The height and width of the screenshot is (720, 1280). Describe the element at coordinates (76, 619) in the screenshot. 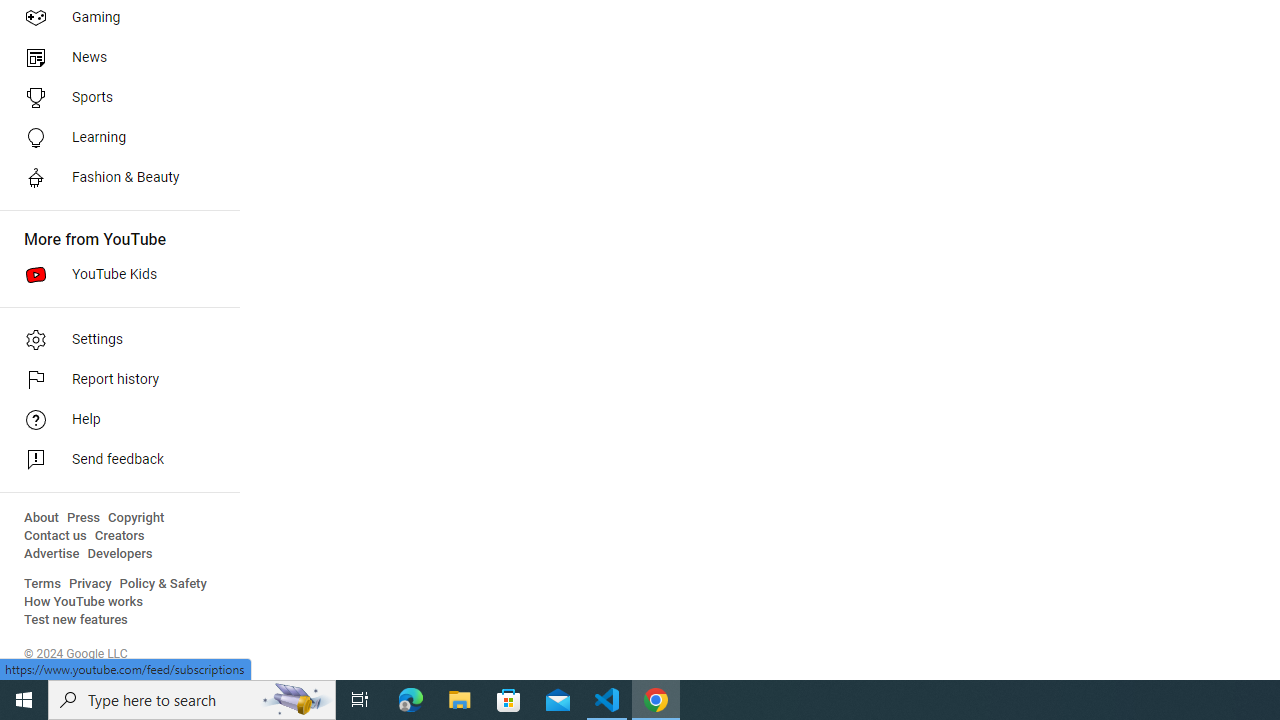

I see `'Test new features'` at that location.